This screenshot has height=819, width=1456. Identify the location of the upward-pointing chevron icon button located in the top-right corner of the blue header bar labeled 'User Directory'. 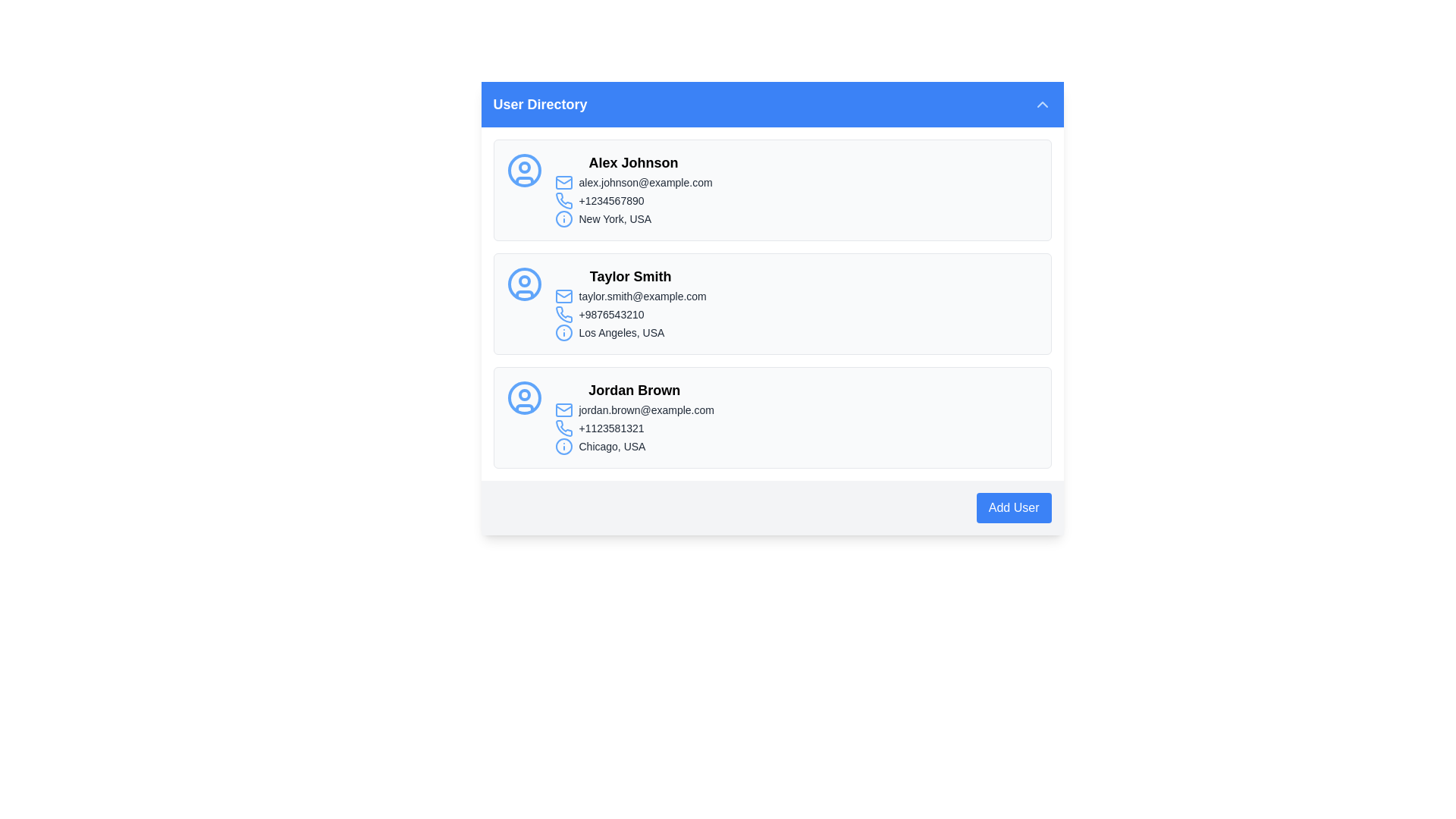
(1041, 104).